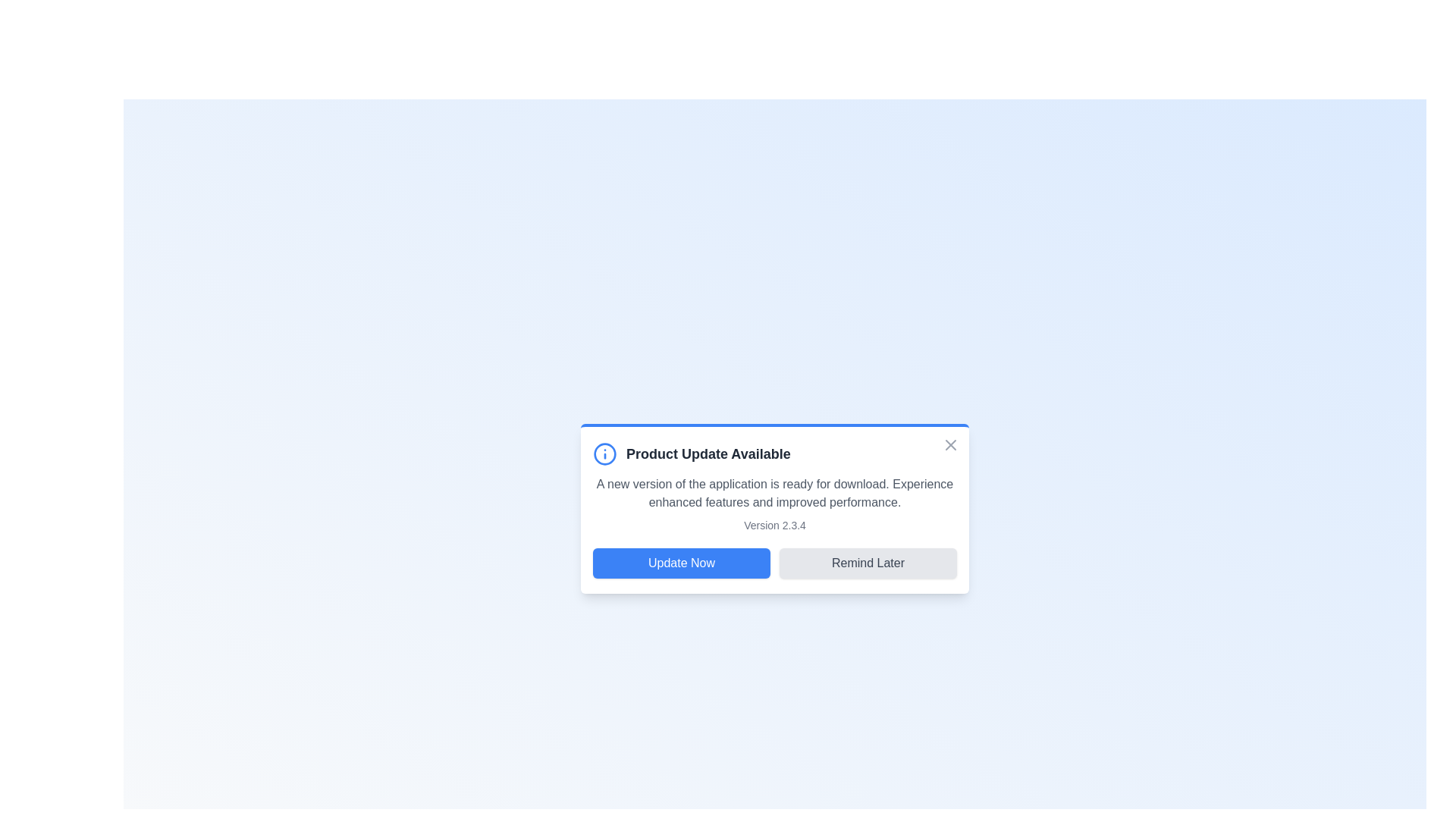 This screenshot has height=819, width=1456. What do you see at coordinates (680, 563) in the screenshot?
I see `the 'Update Now' button to initiate the update process` at bounding box center [680, 563].